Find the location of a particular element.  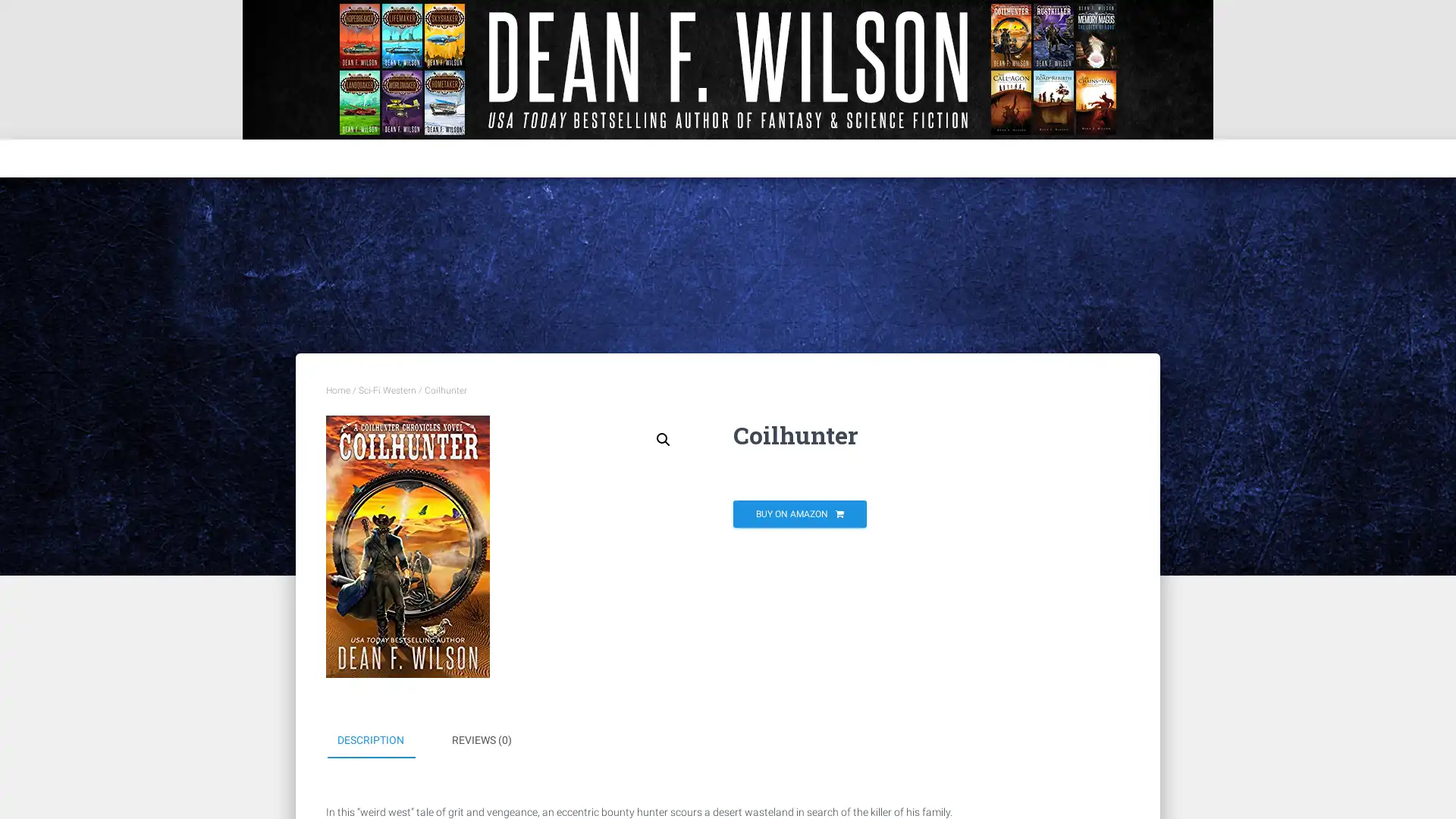

BUY ON AMAZON is located at coordinates (799, 513).